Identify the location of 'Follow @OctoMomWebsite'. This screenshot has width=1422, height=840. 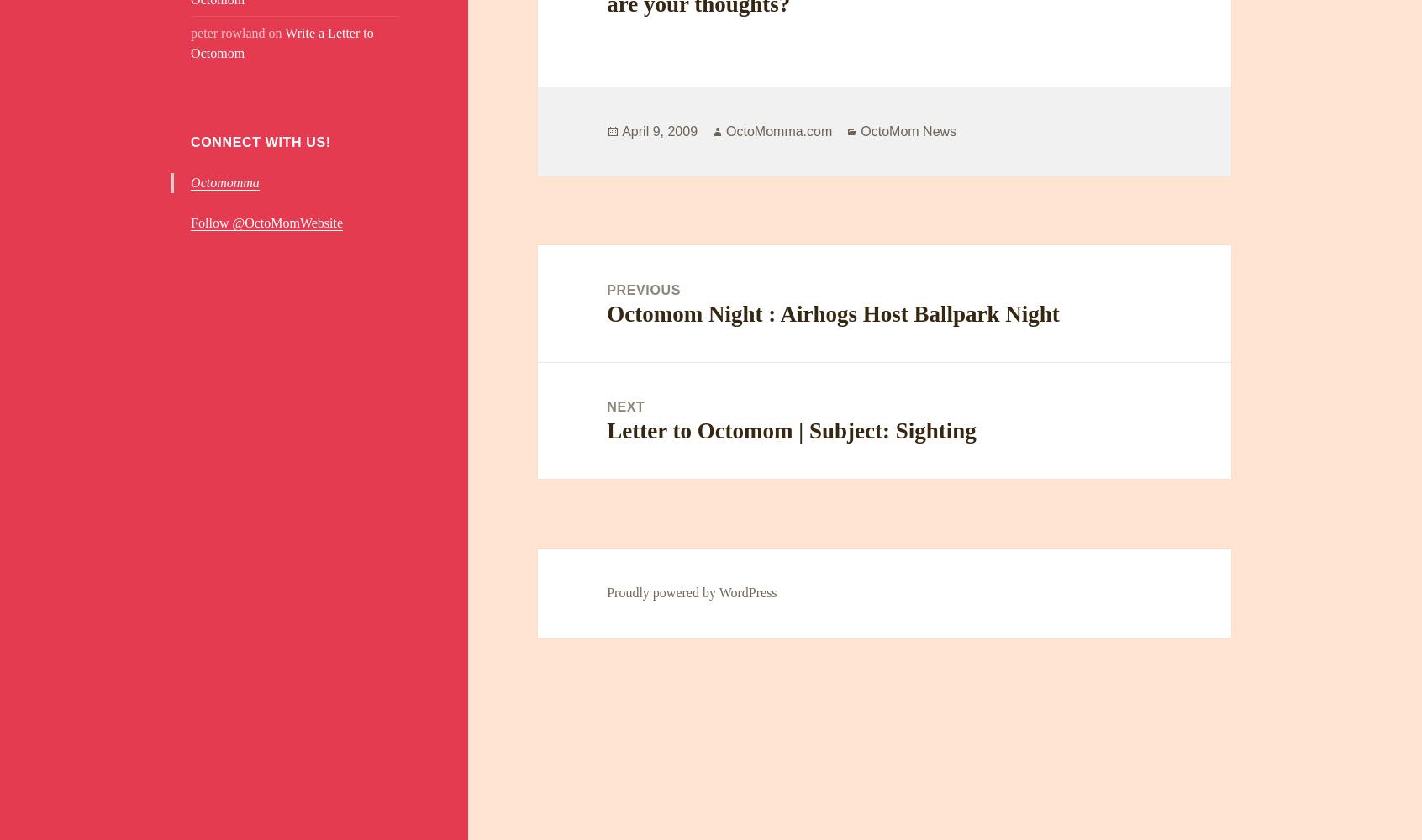
(191, 223).